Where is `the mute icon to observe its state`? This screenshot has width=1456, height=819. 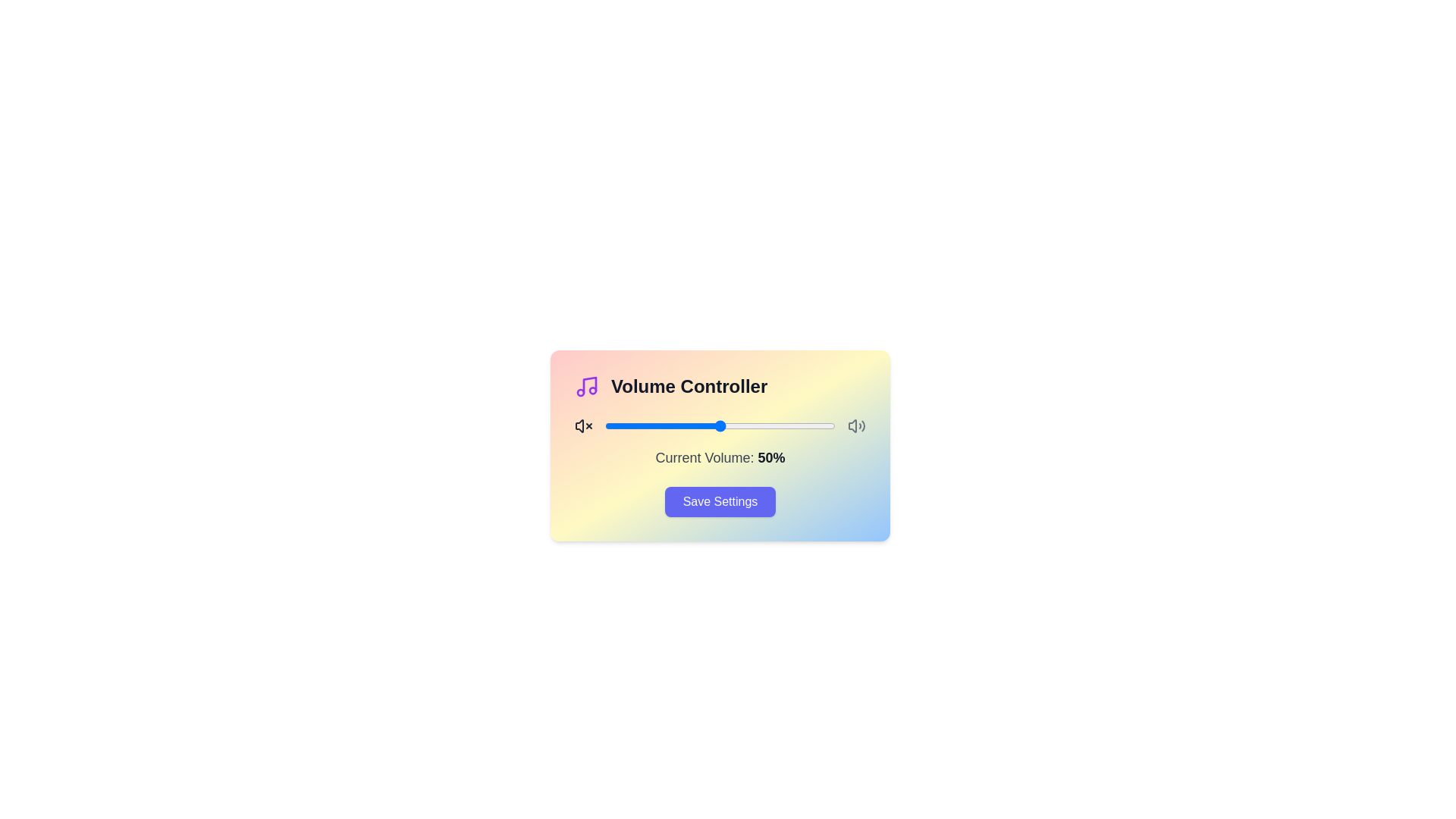
the mute icon to observe its state is located at coordinates (582, 426).